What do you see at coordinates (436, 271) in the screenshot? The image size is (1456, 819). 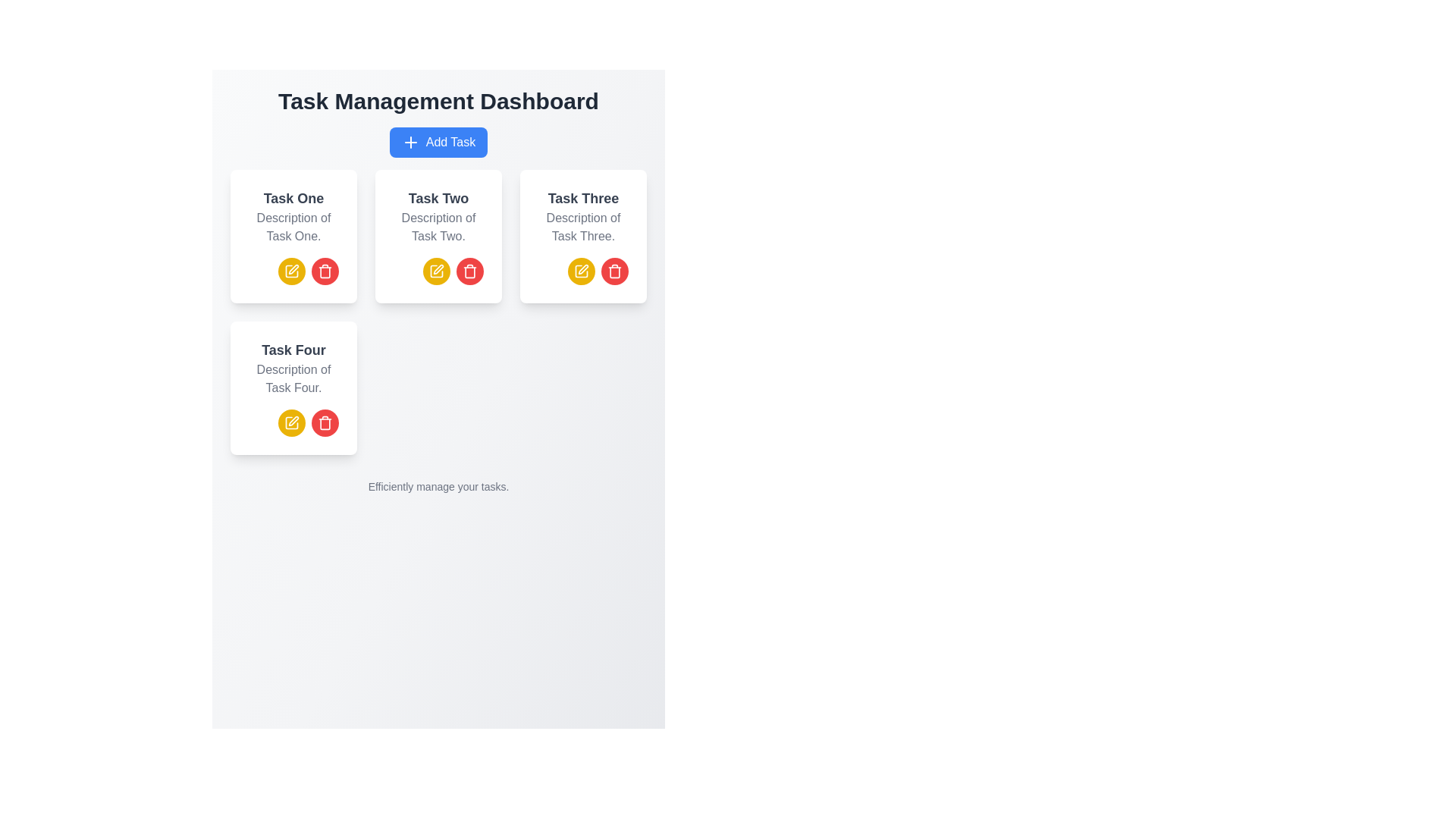 I see `the yellow square icon with a pen overlay, located in the 'Task Two' card` at bounding box center [436, 271].